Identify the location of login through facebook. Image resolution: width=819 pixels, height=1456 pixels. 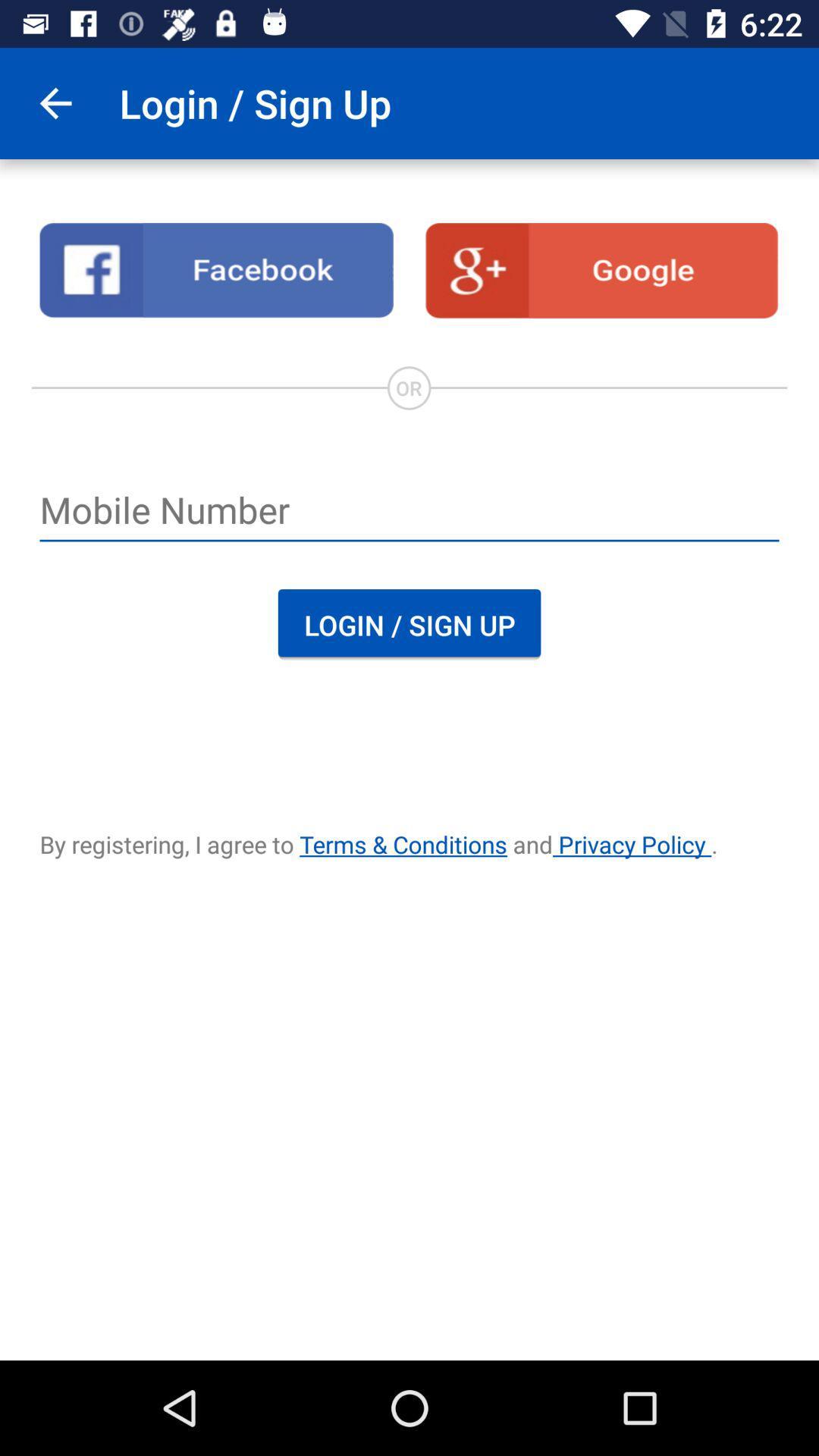
(216, 270).